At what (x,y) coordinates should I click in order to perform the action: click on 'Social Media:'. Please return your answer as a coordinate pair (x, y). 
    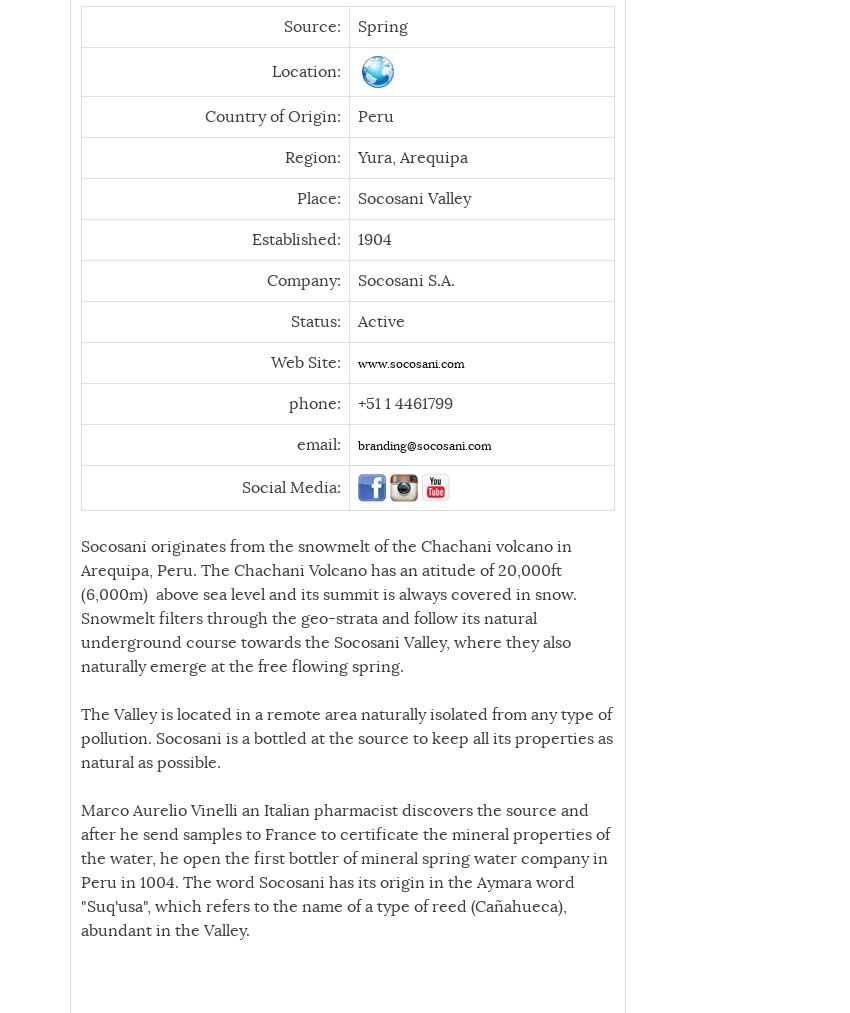
    Looking at the image, I should click on (205, 486).